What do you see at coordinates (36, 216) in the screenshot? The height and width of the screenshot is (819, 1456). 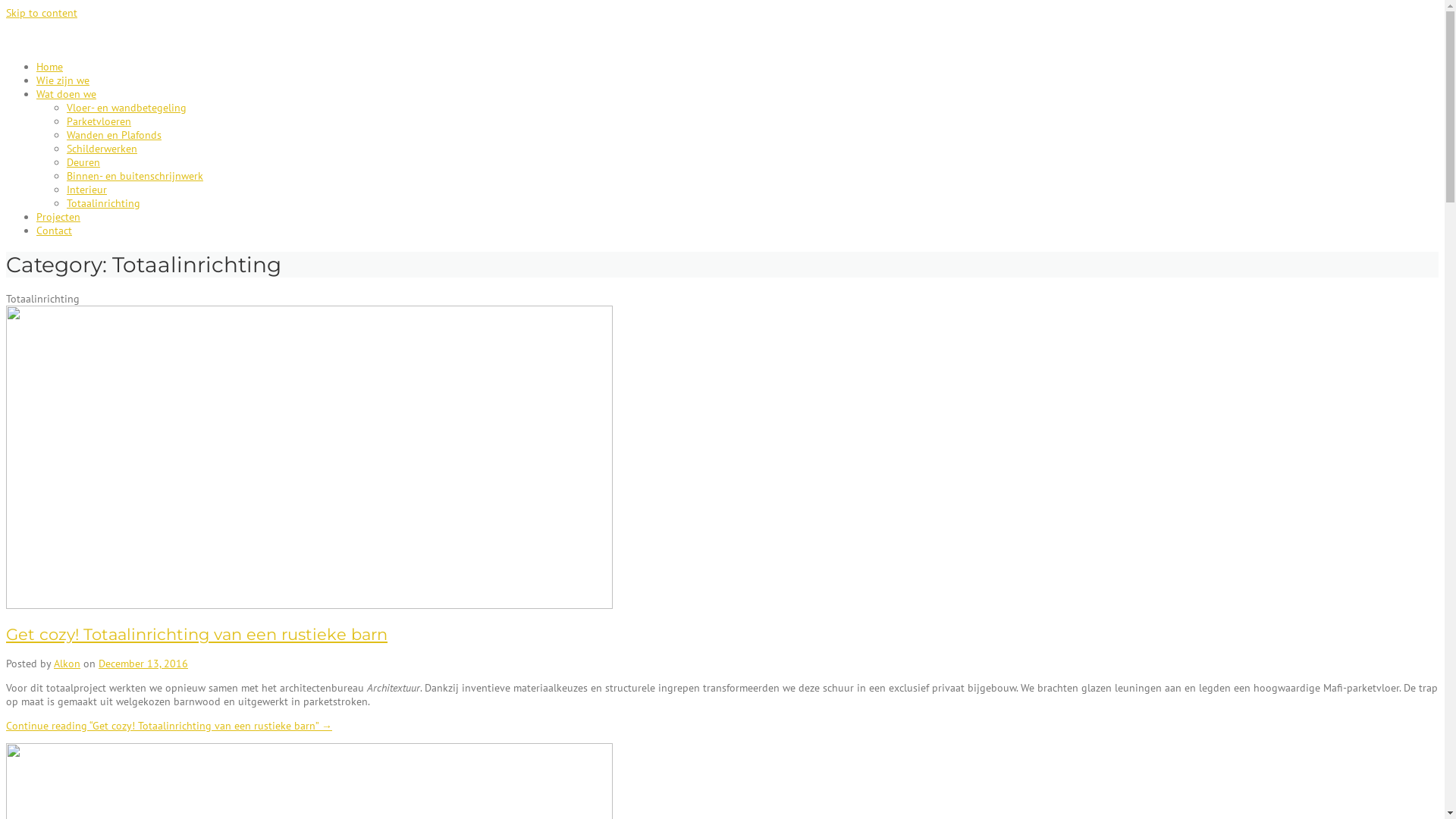 I see `'Projecten'` at bounding box center [36, 216].